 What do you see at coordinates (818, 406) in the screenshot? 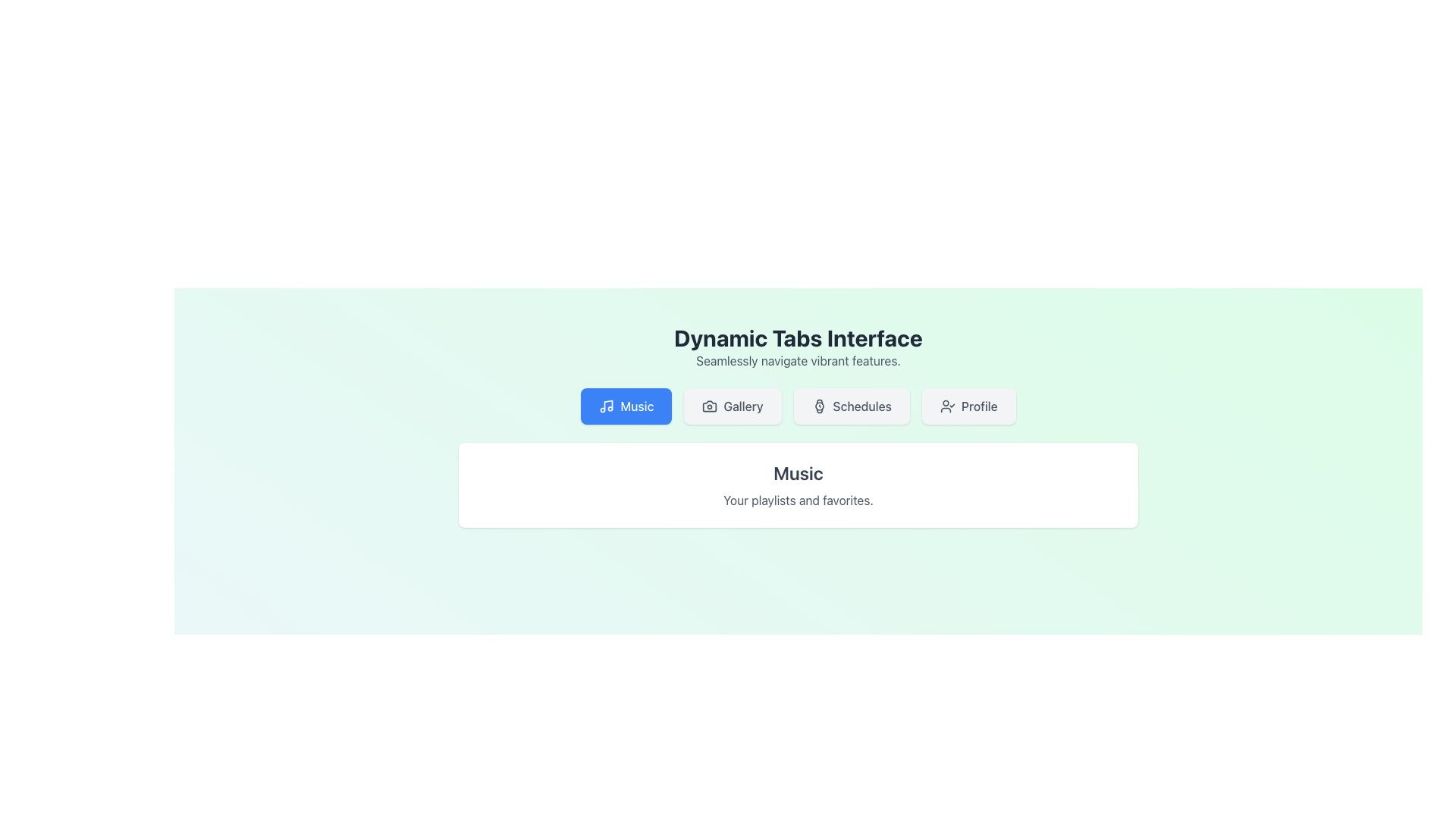
I see `the circular graphic shape representing the face of the watch icon, which is part of the 'Schedules' navigation button` at bounding box center [818, 406].